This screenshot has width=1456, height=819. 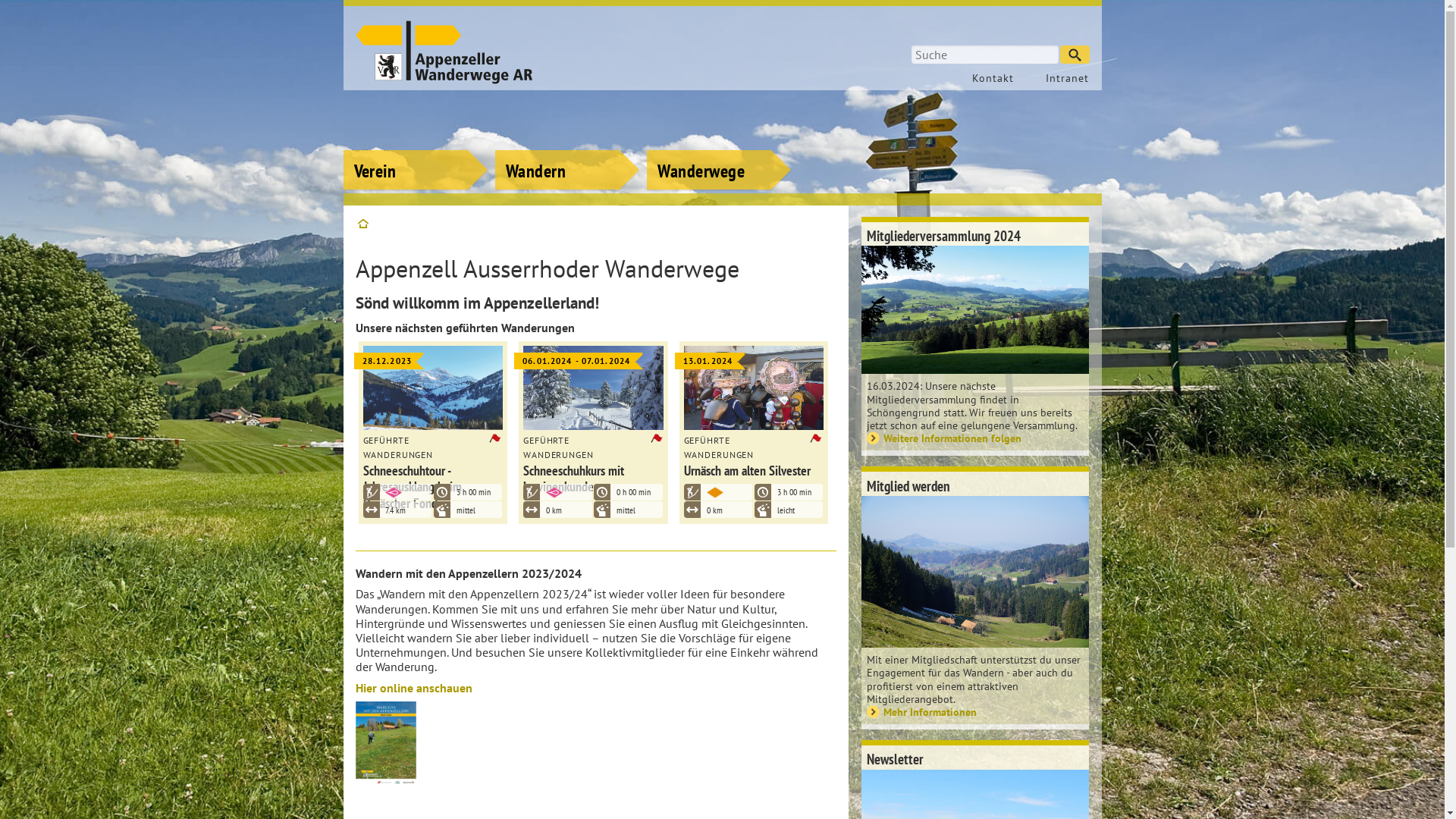 I want to click on 'Mehr Informationen', so click(x=975, y=711).